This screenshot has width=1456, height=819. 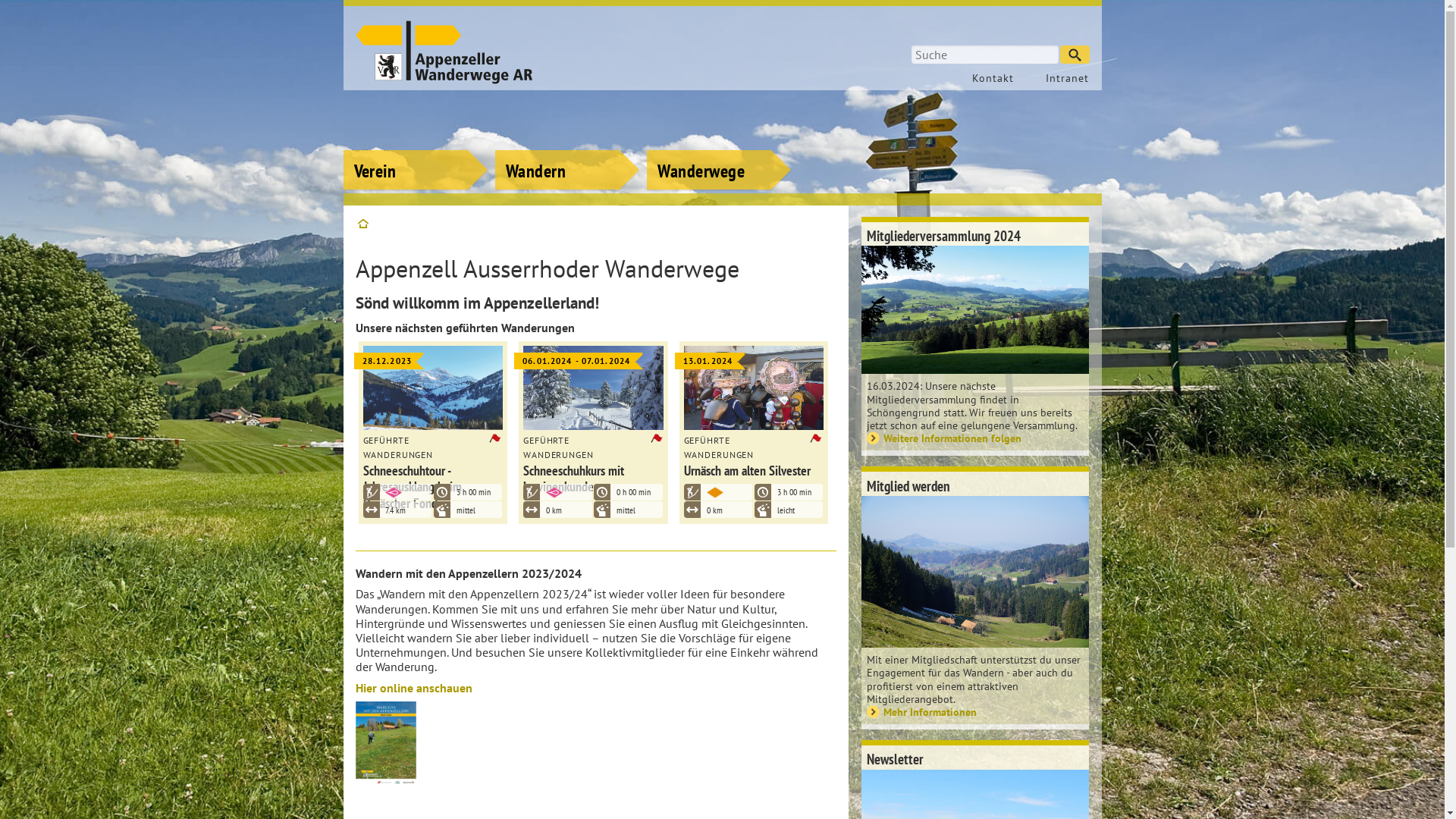 I want to click on 'Mehr Informationen', so click(x=975, y=711).